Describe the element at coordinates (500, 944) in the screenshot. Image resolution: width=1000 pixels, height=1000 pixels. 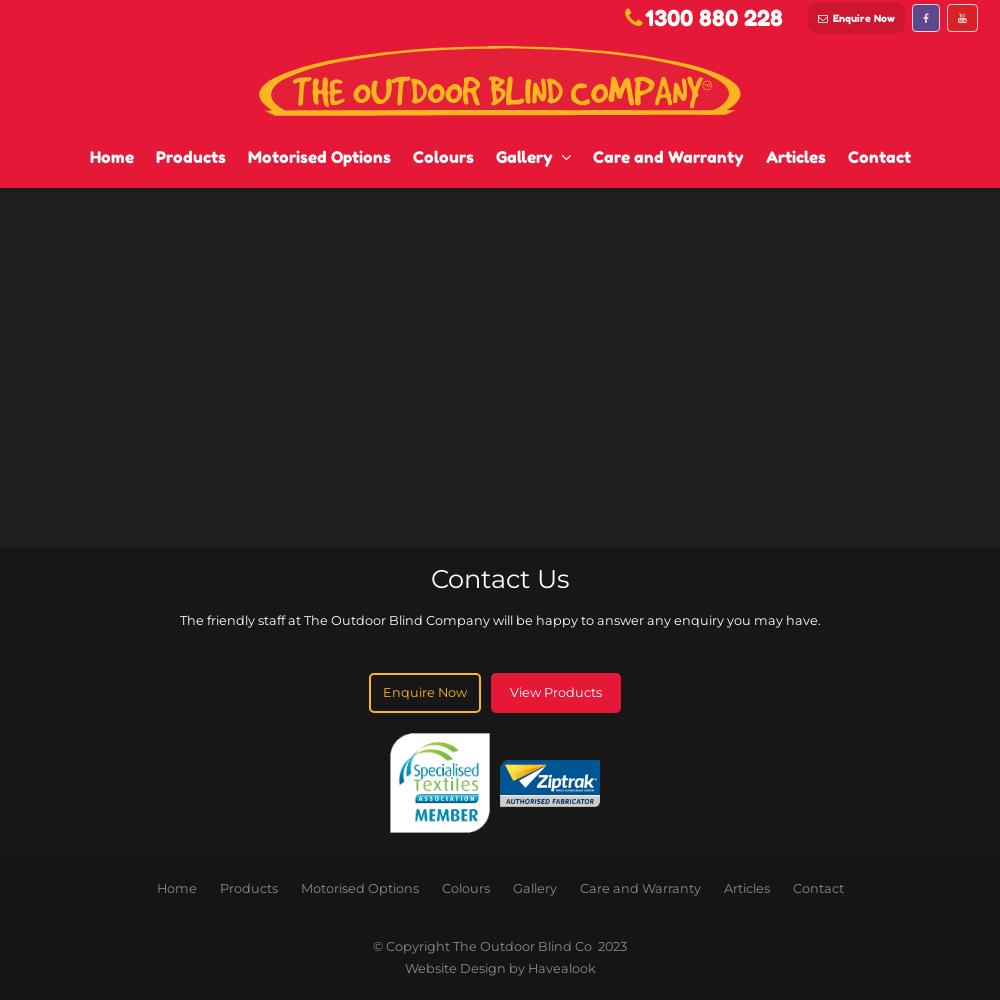
I see `'© Copyright The Outdoor Blind Co  2023'` at that location.